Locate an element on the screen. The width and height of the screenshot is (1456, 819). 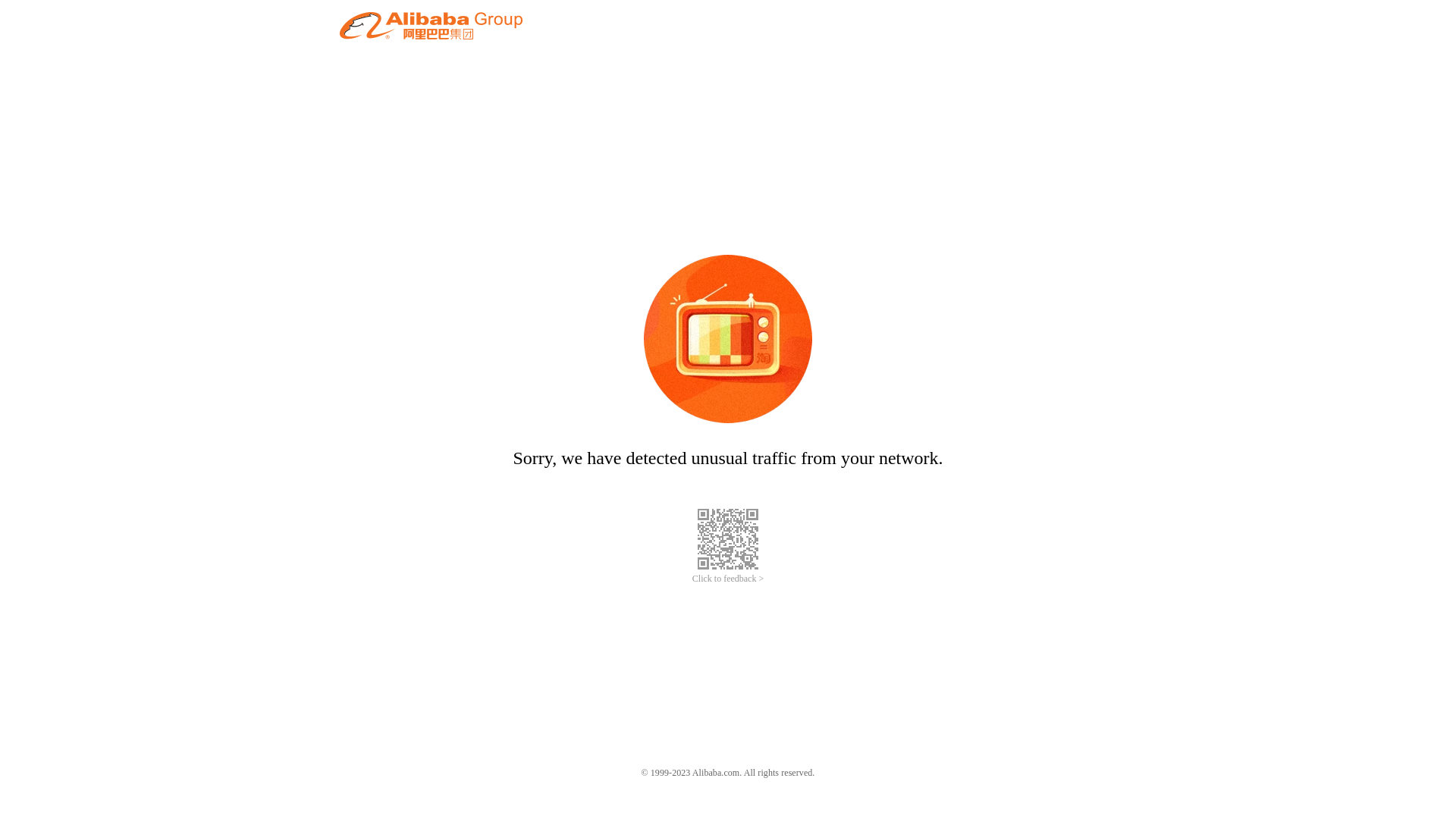
'Click to feedback >' is located at coordinates (728, 579).